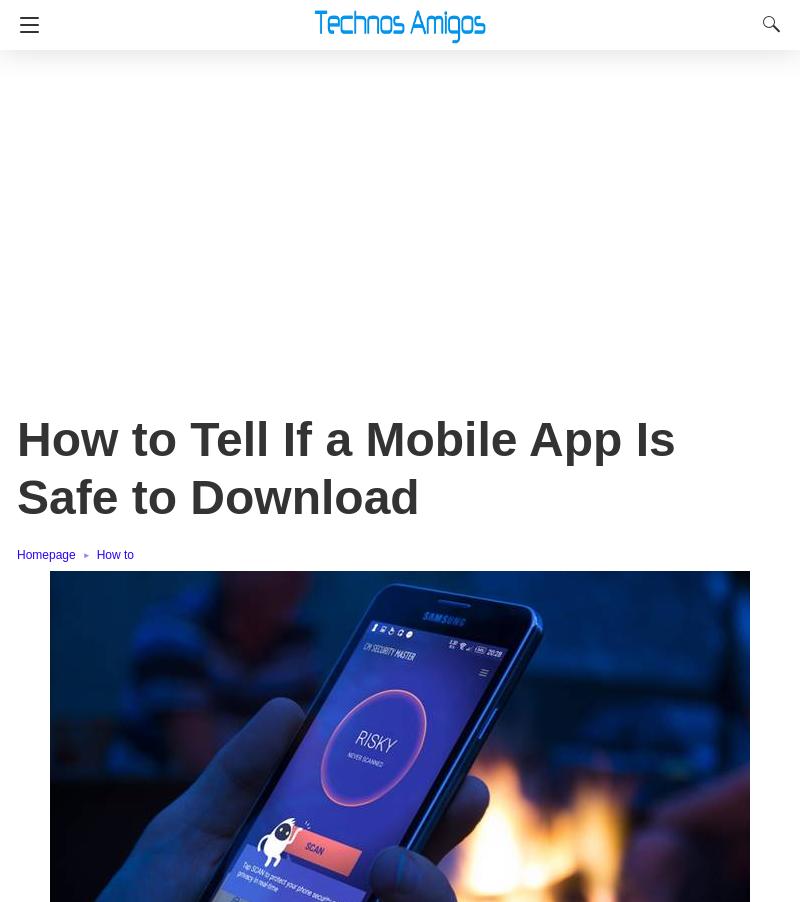 This screenshot has width=800, height=902. What do you see at coordinates (397, 750) in the screenshot?
I see `'One of the easiest and most basic ways for you to have a good judgment that an app is safe is to check the number of downloads. The more users who download an app, the more popular it is, and the more reliable it becomes.'` at bounding box center [397, 750].